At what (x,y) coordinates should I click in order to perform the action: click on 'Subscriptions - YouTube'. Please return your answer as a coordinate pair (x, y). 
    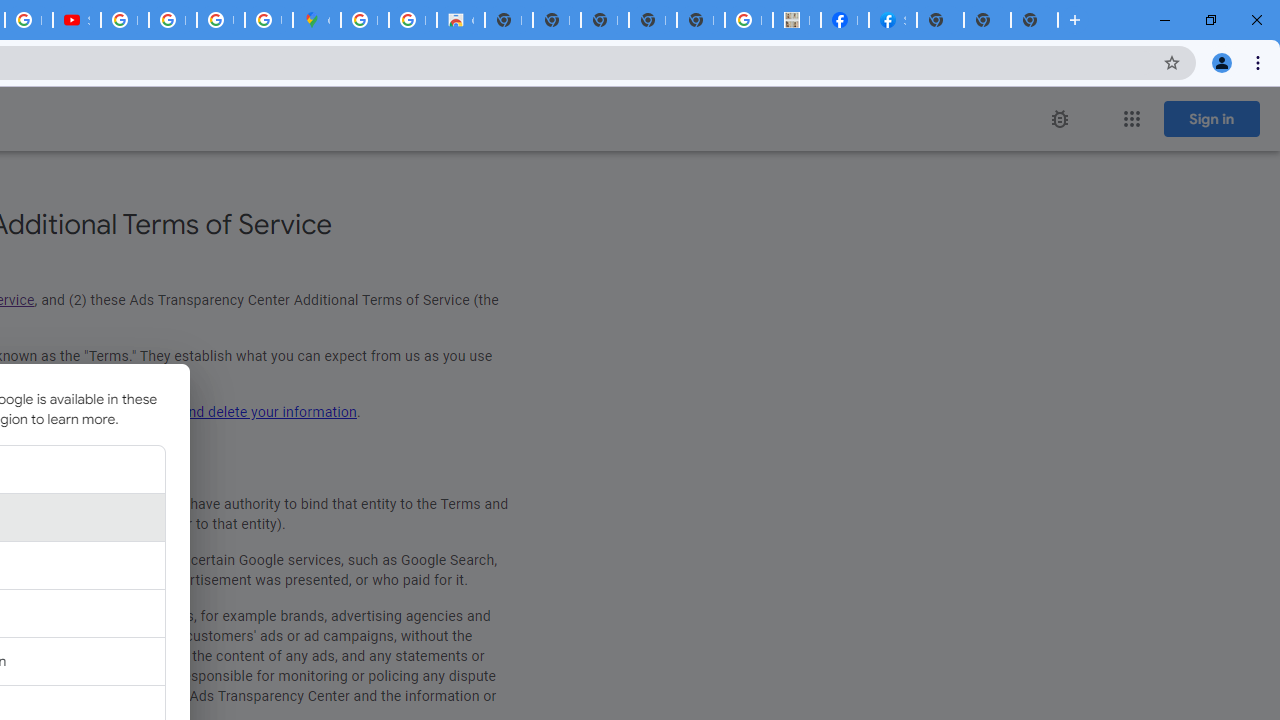
    Looking at the image, I should click on (76, 20).